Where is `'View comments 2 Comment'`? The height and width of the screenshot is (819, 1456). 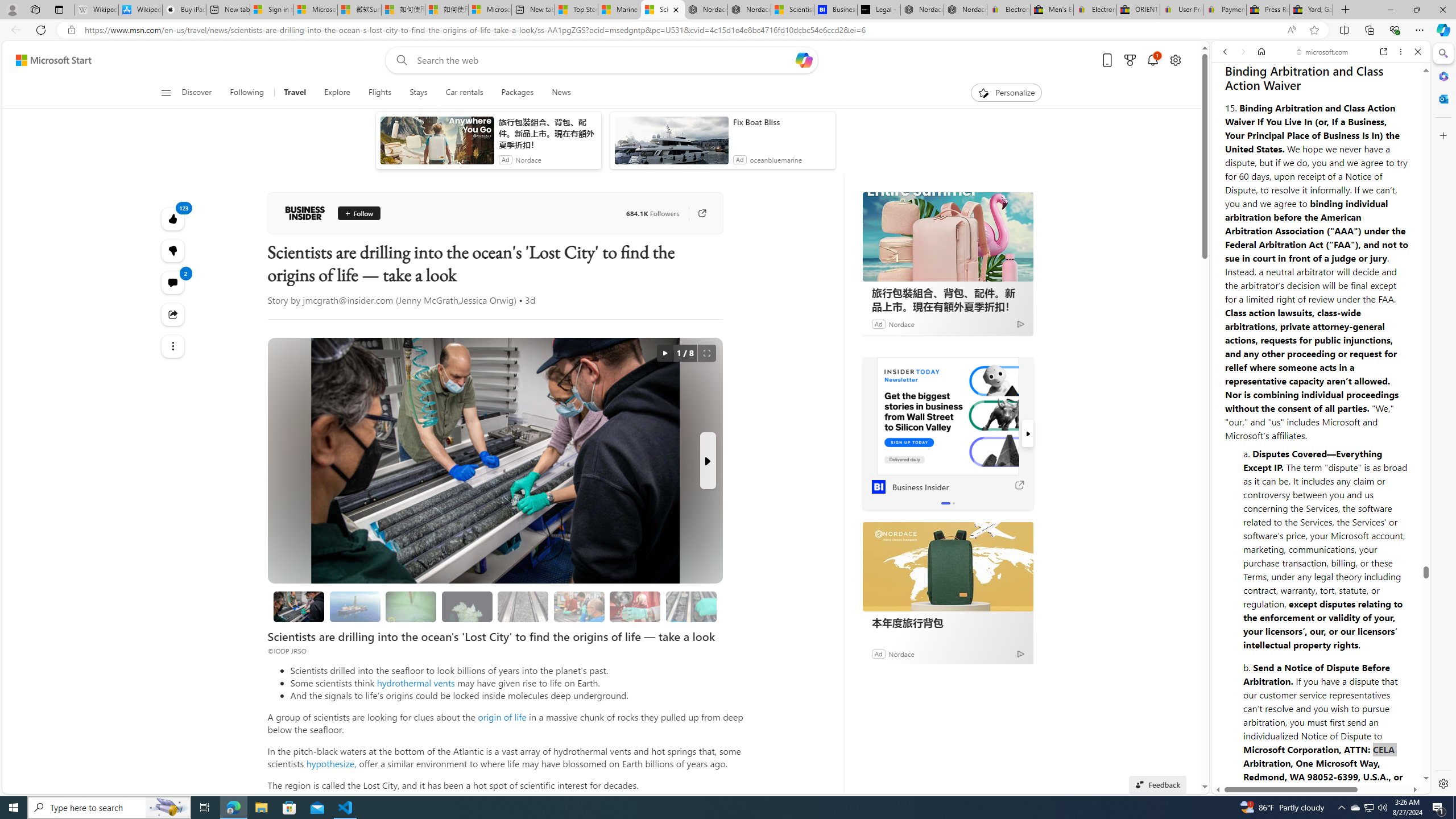 'View comments 2 Comment' is located at coordinates (172, 282).